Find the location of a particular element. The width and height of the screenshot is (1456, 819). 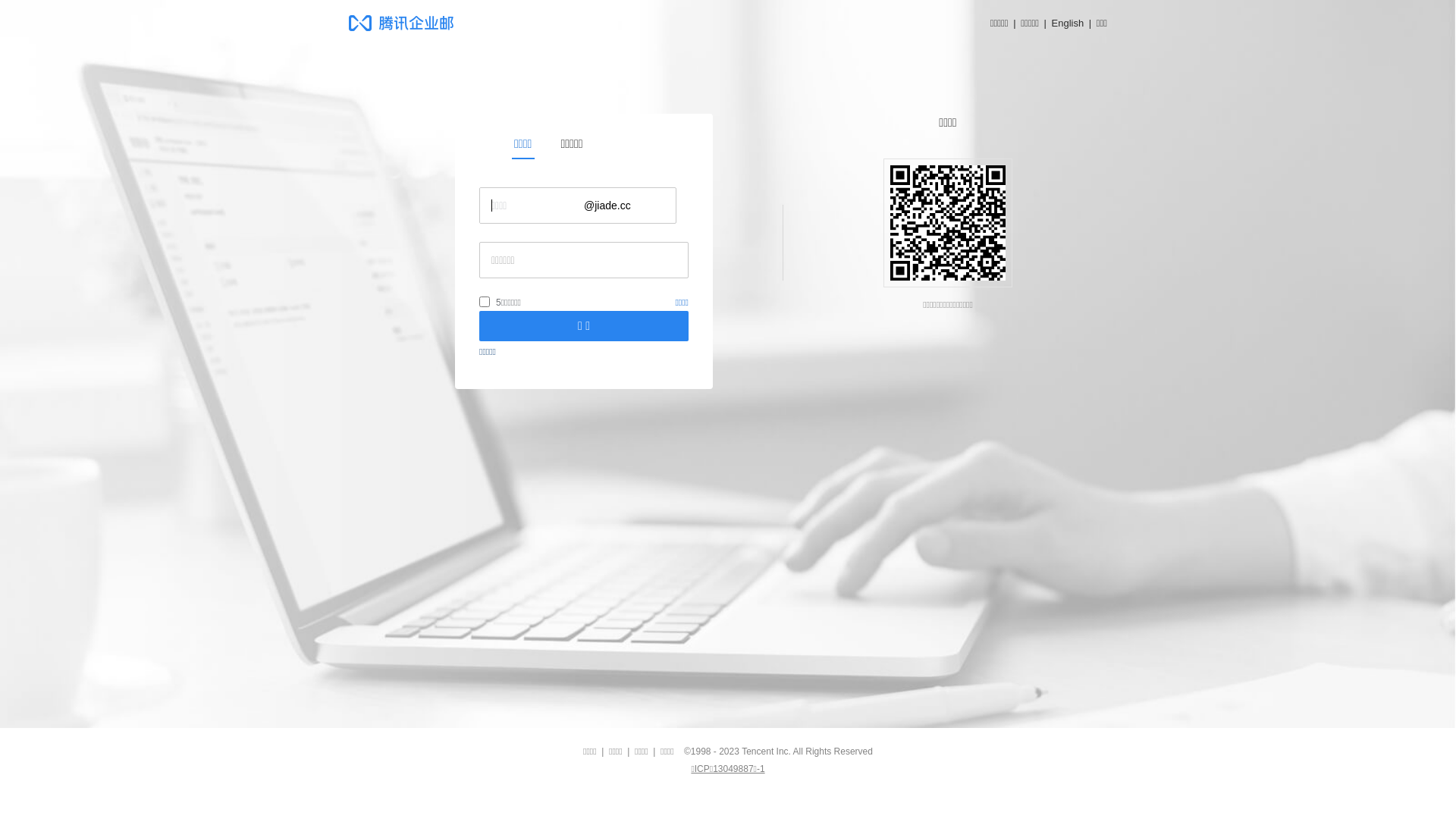

'English' is located at coordinates (1066, 23).